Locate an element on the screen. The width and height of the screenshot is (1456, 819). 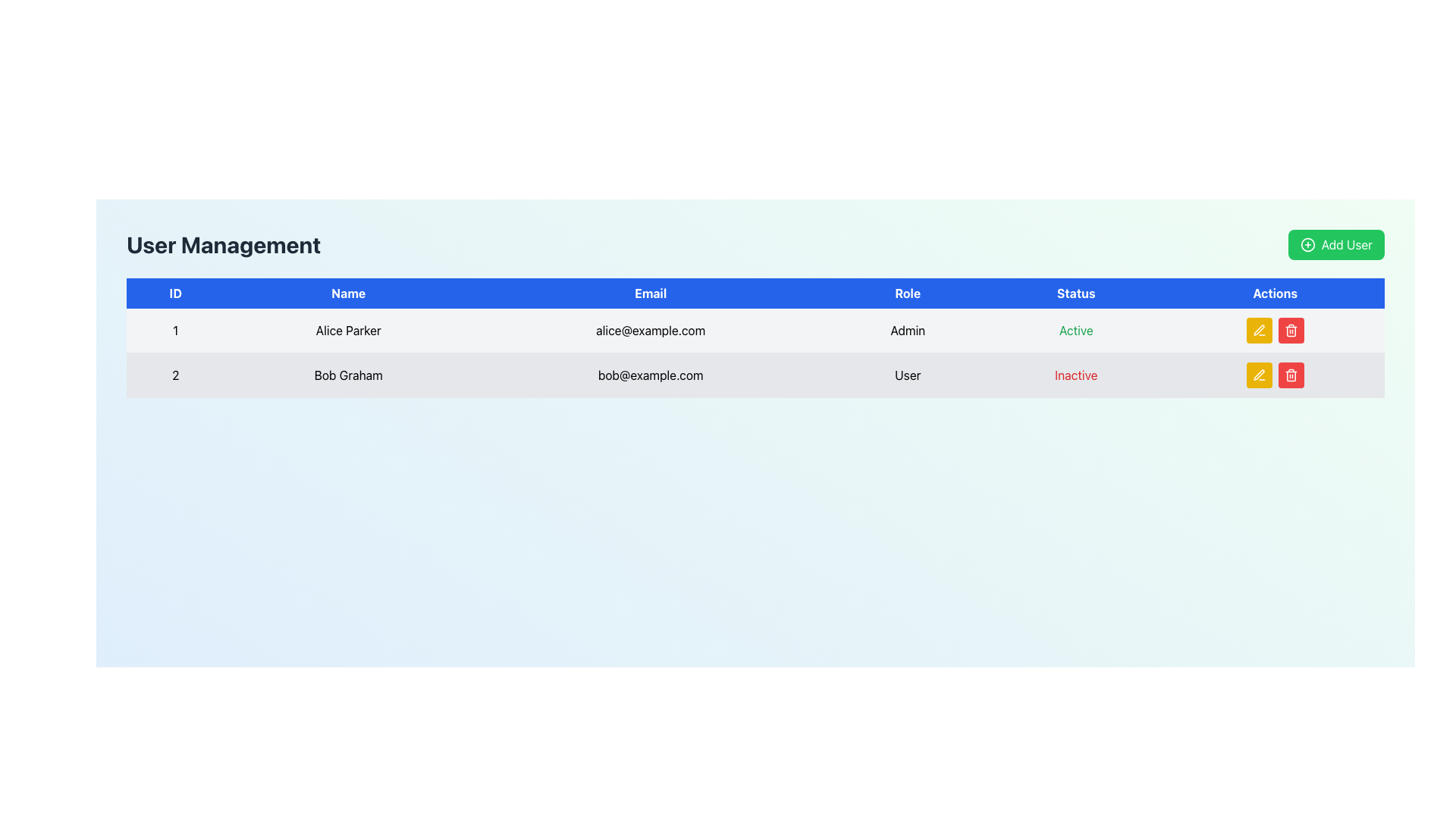
the Table Header Cell indicating the 'Name' attribute in the second position of the table header is located at coordinates (347, 293).